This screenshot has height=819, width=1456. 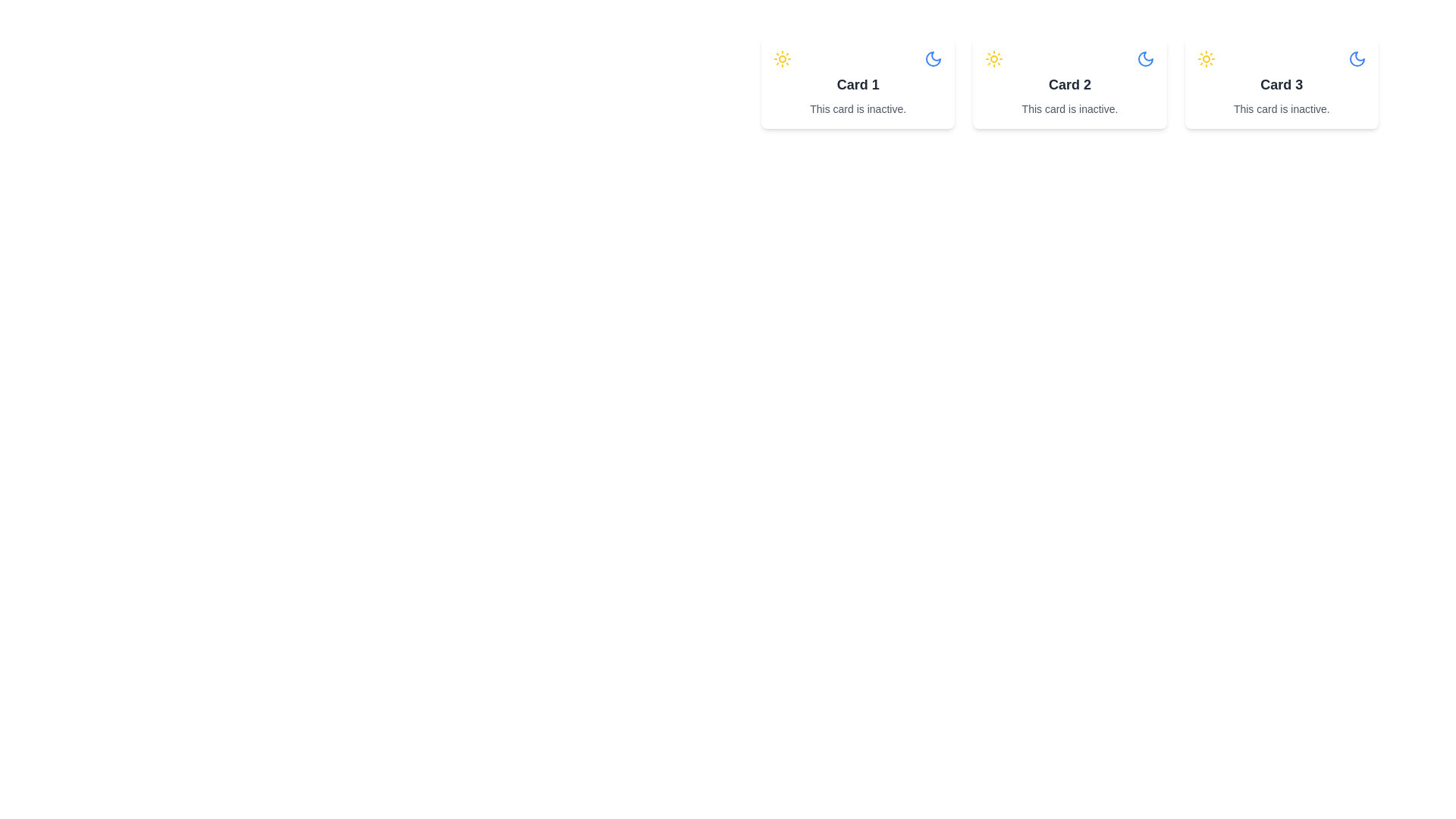 I want to click on label 'Card 3' which is displayed in bold, larger font as a primary title within the rightmost card of a group of three horizontally aligned cards, so click(x=1281, y=84).